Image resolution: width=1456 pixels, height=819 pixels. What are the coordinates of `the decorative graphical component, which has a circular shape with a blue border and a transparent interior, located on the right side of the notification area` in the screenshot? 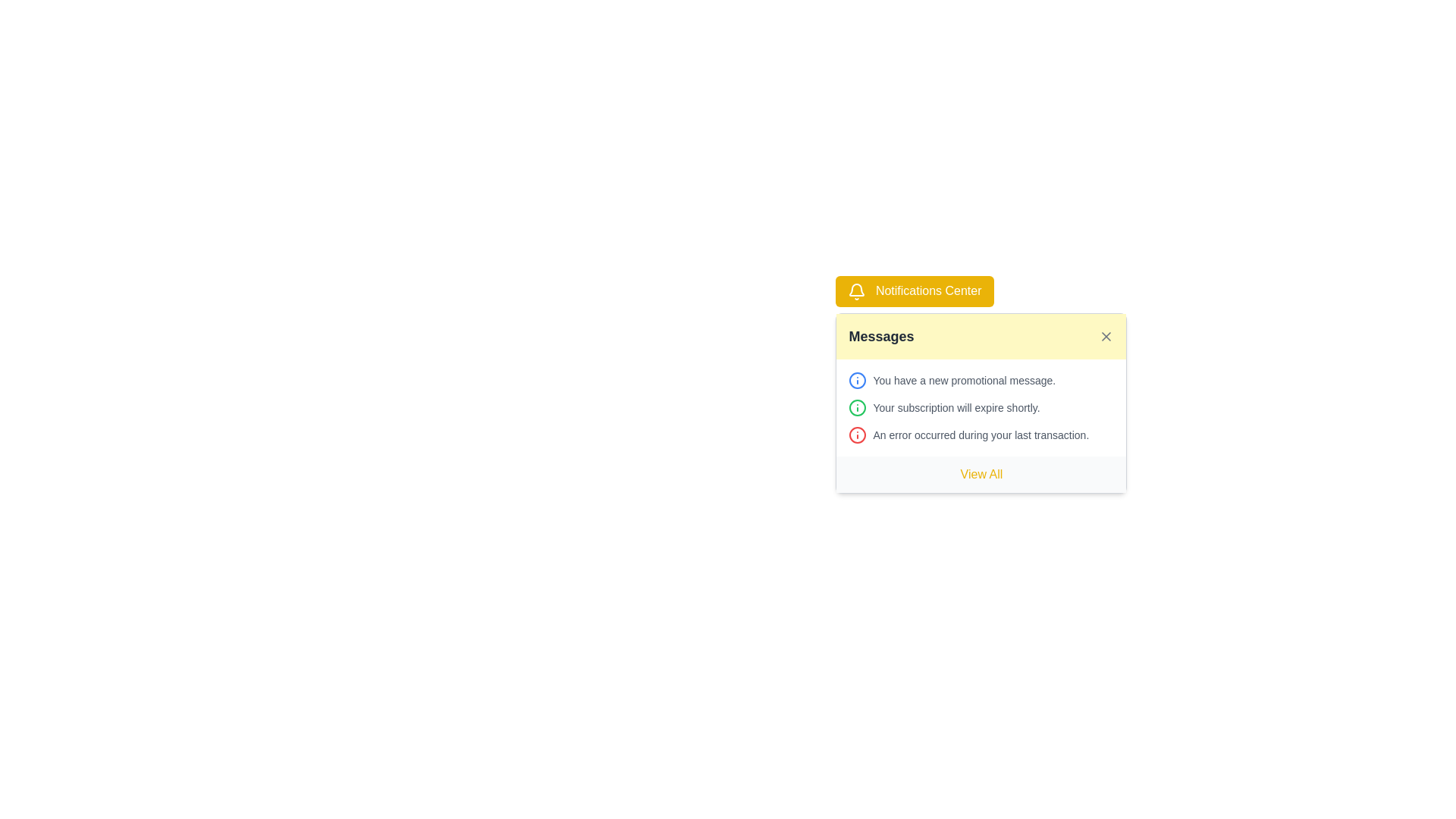 It's located at (858, 379).